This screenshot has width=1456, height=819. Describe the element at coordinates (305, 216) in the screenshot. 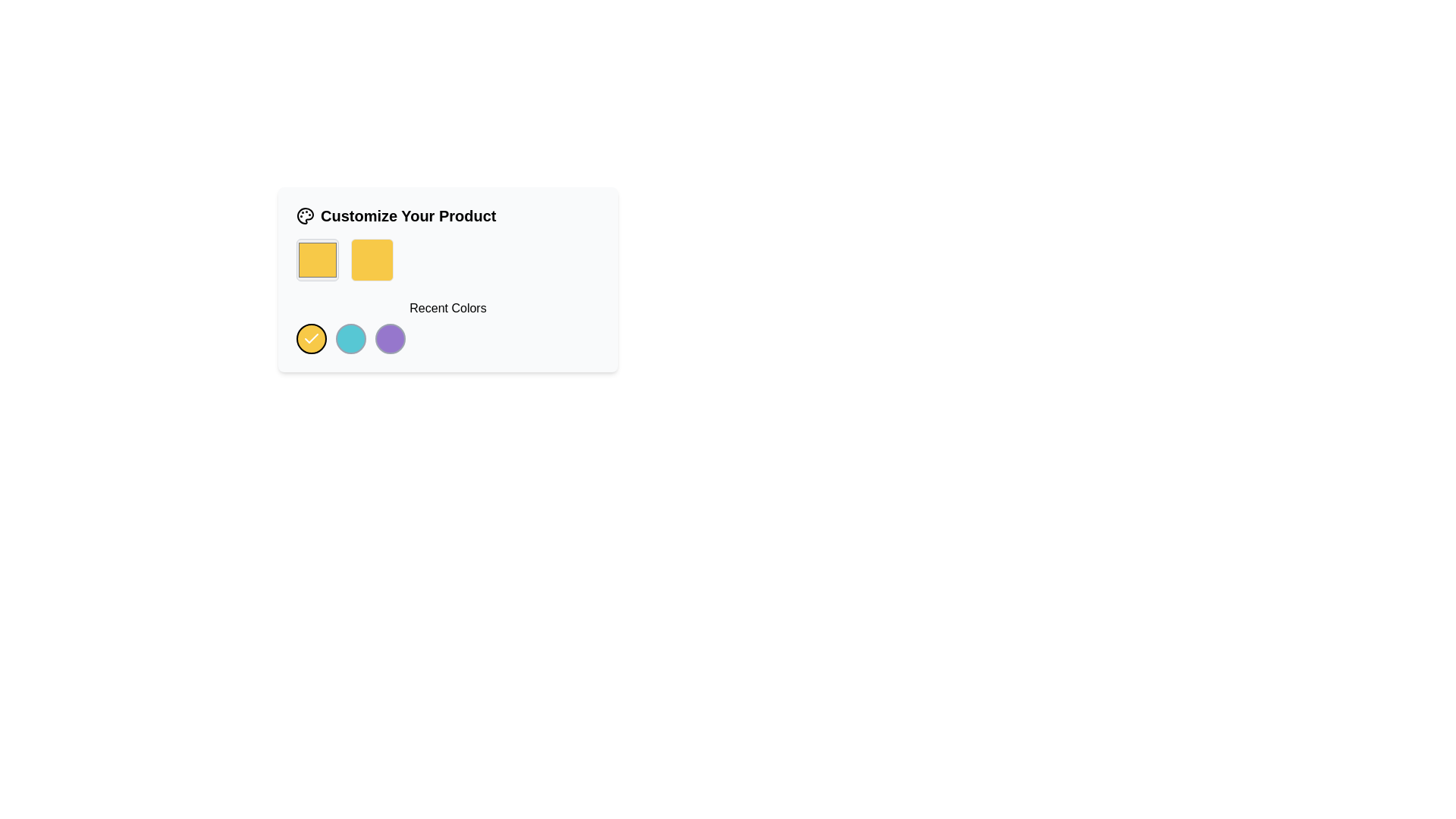

I see `the decorative palette icon located to the left of the 'Customize Your Product' header` at that location.